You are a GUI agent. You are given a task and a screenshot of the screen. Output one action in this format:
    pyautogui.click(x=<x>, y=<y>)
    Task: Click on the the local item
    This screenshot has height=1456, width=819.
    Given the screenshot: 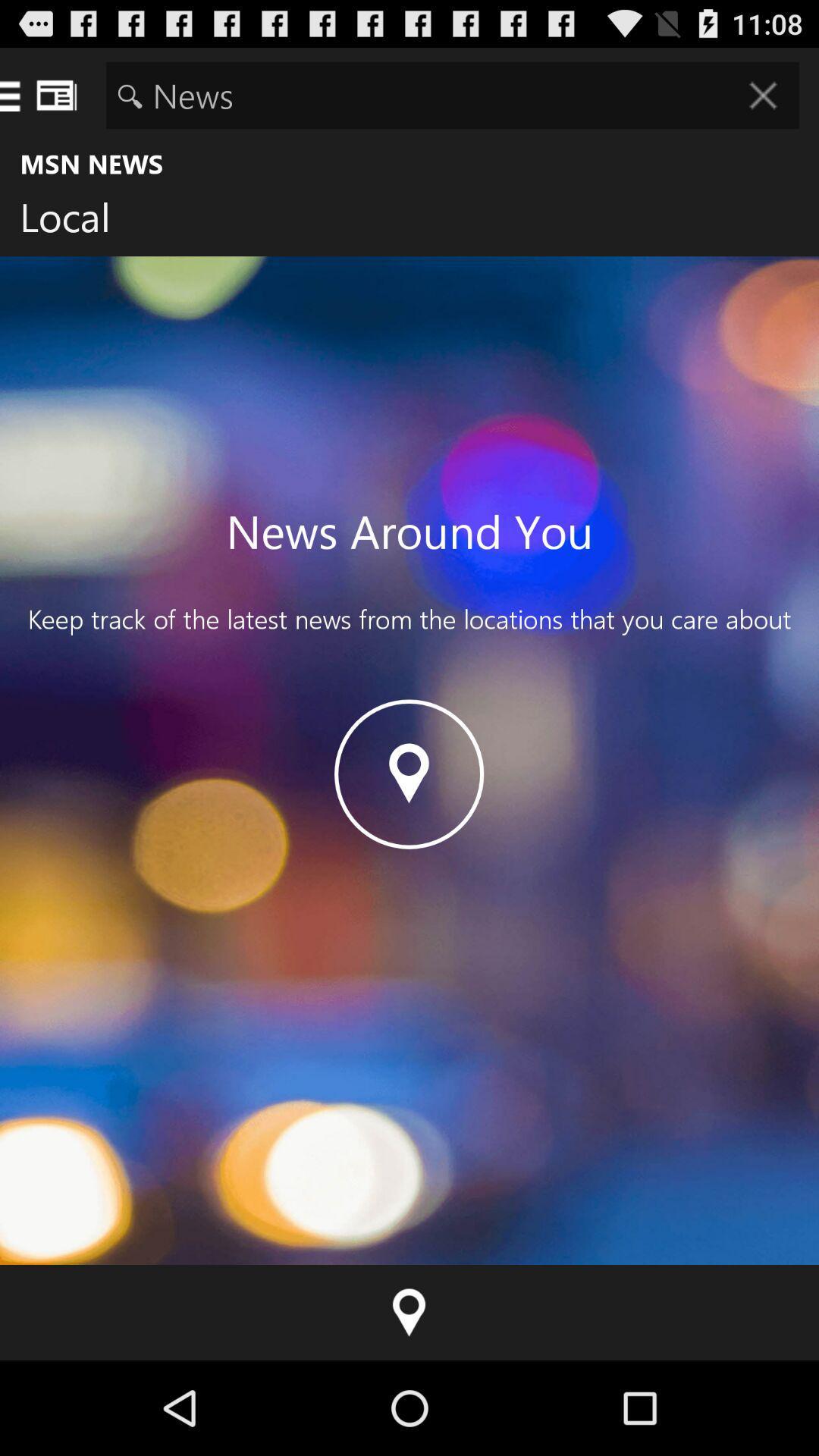 What is the action you would take?
    pyautogui.click(x=77, y=220)
    